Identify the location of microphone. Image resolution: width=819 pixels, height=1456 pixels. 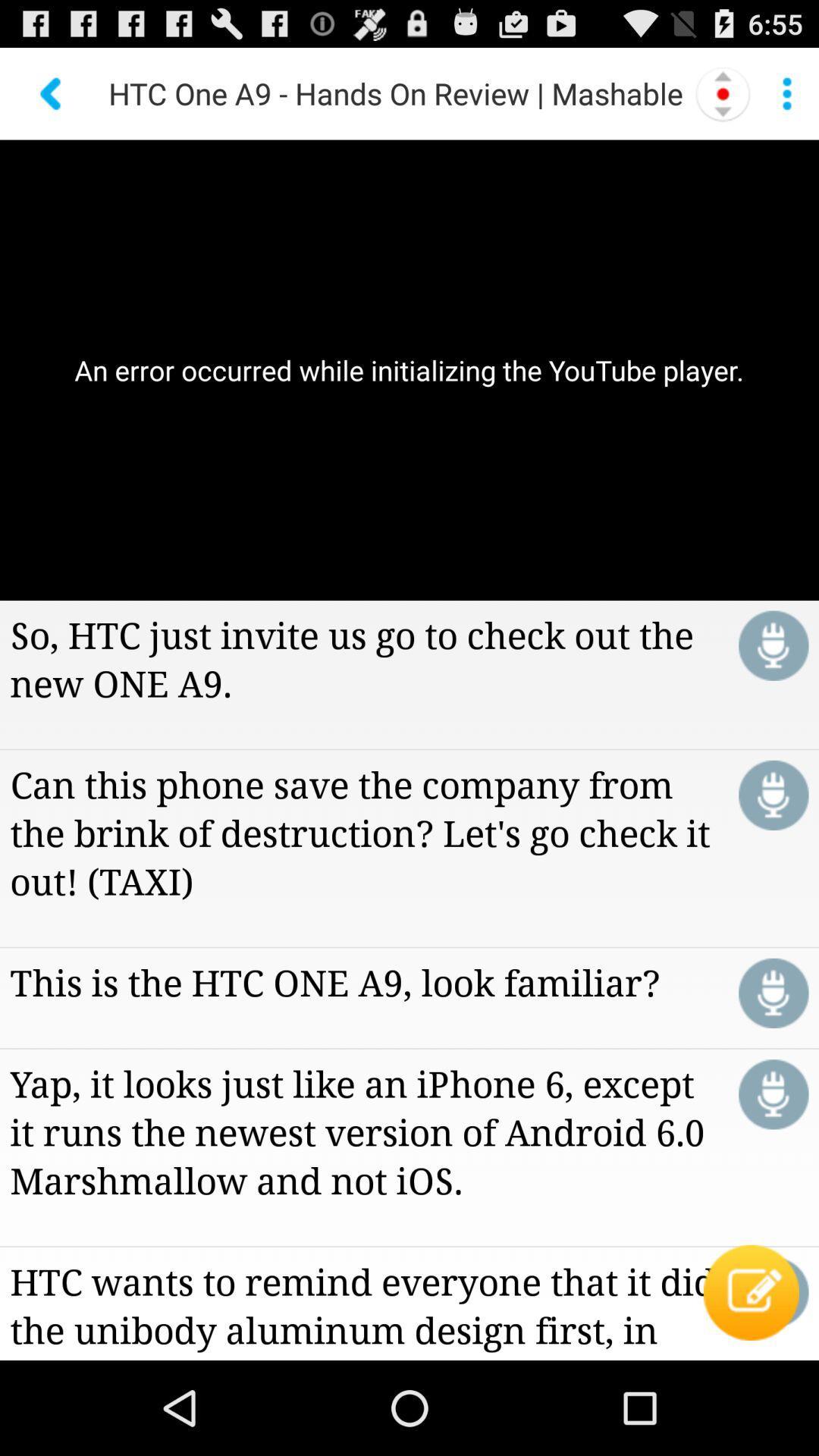
(773, 794).